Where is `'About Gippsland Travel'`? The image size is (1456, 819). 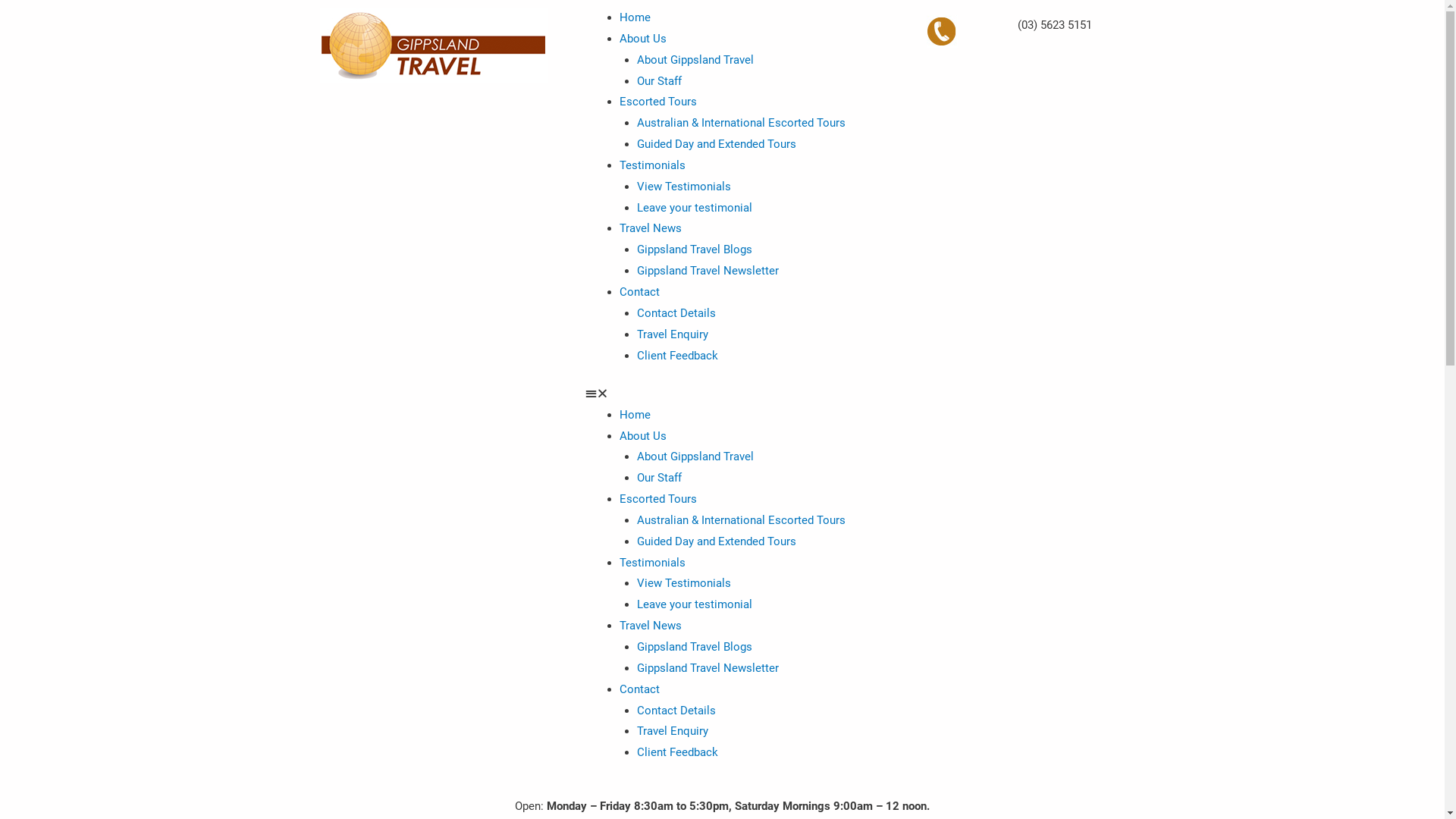 'About Gippsland Travel' is located at coordinates (694, 455).